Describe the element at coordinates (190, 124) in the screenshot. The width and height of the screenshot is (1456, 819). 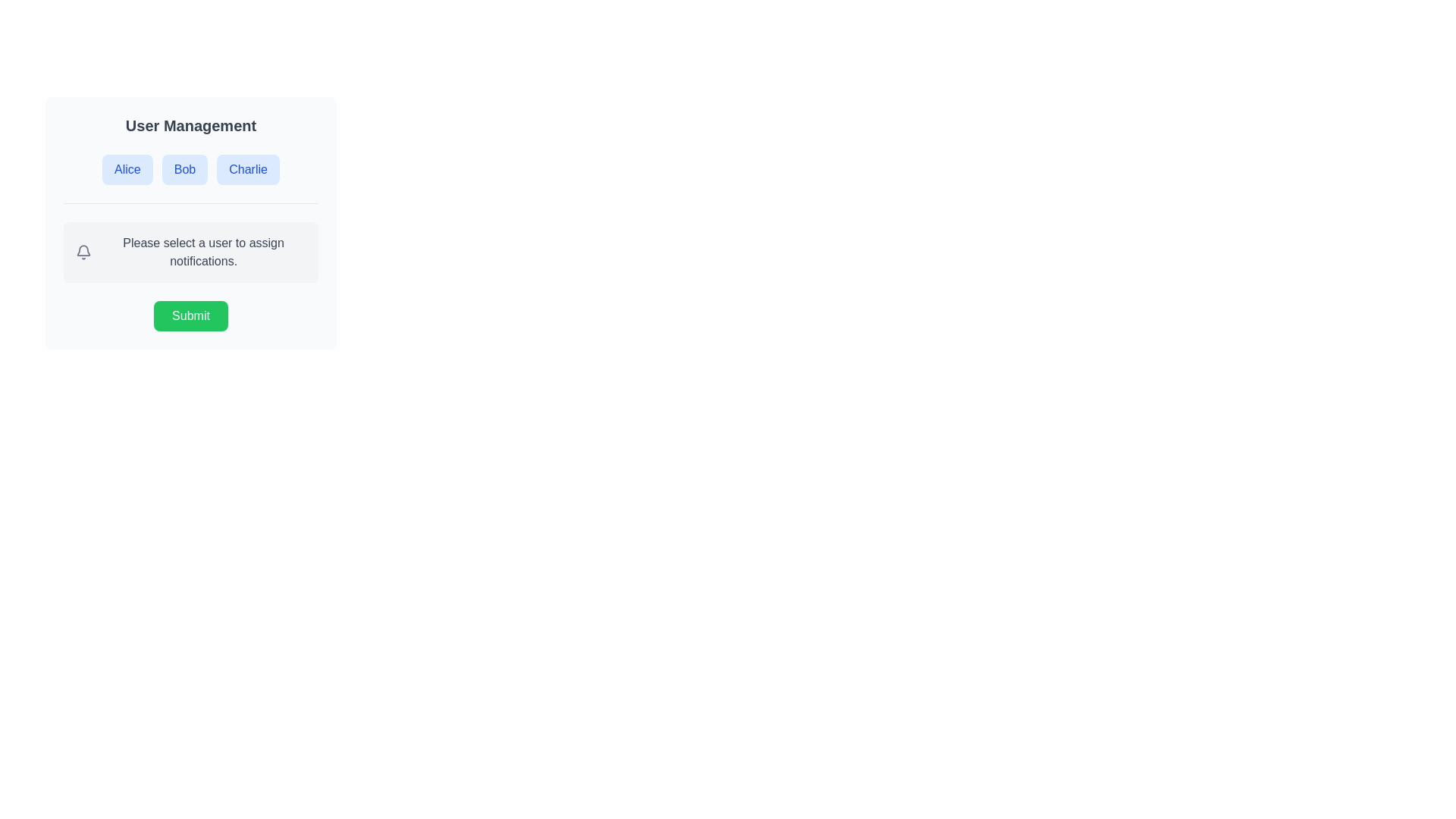
I see `the 'User Management' text label, which serves as the heading for the section above selectable options` at that location.